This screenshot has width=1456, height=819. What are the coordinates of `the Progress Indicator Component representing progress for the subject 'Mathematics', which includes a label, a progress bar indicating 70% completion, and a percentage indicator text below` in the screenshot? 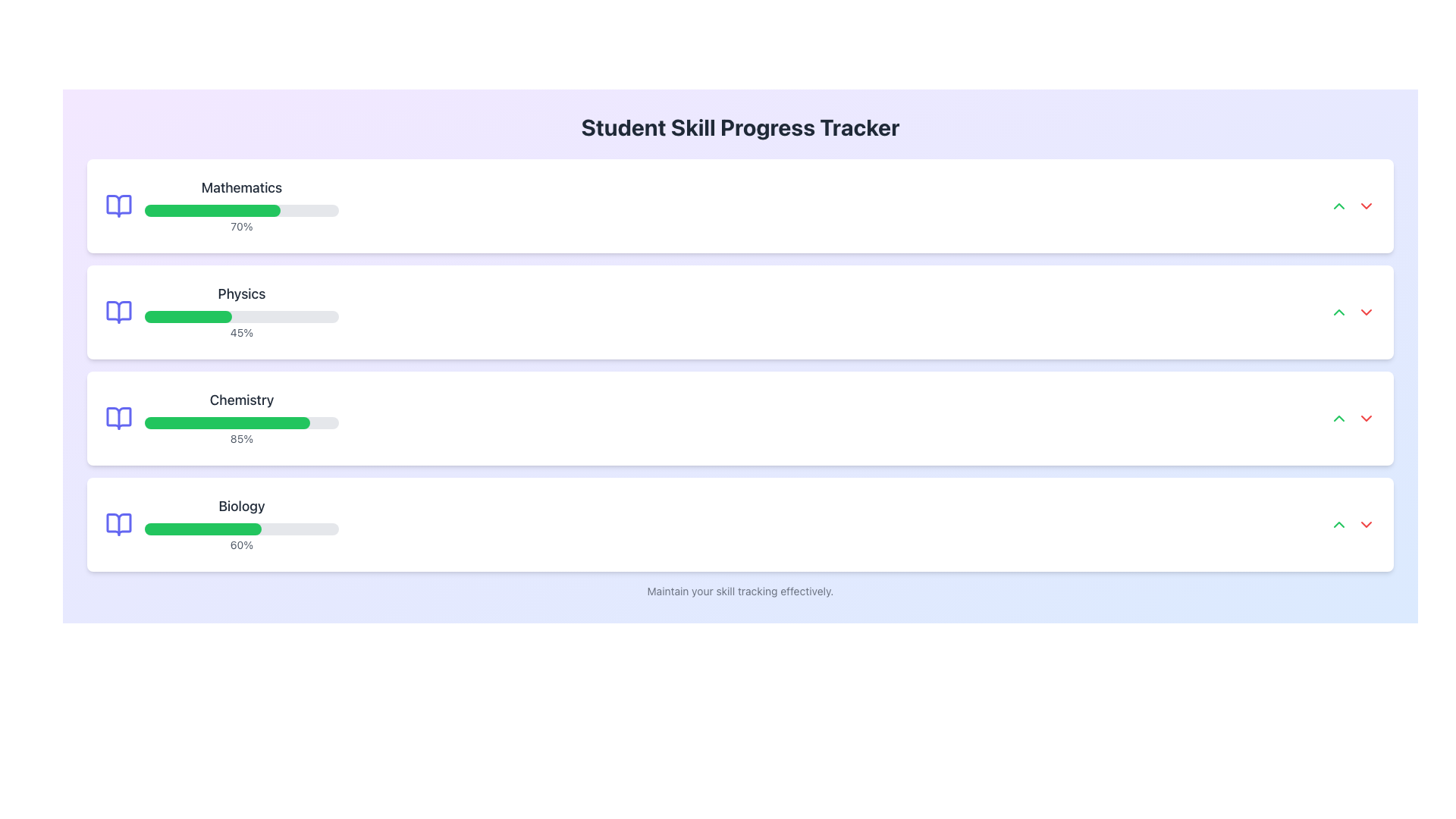 It's located at (221, 206).